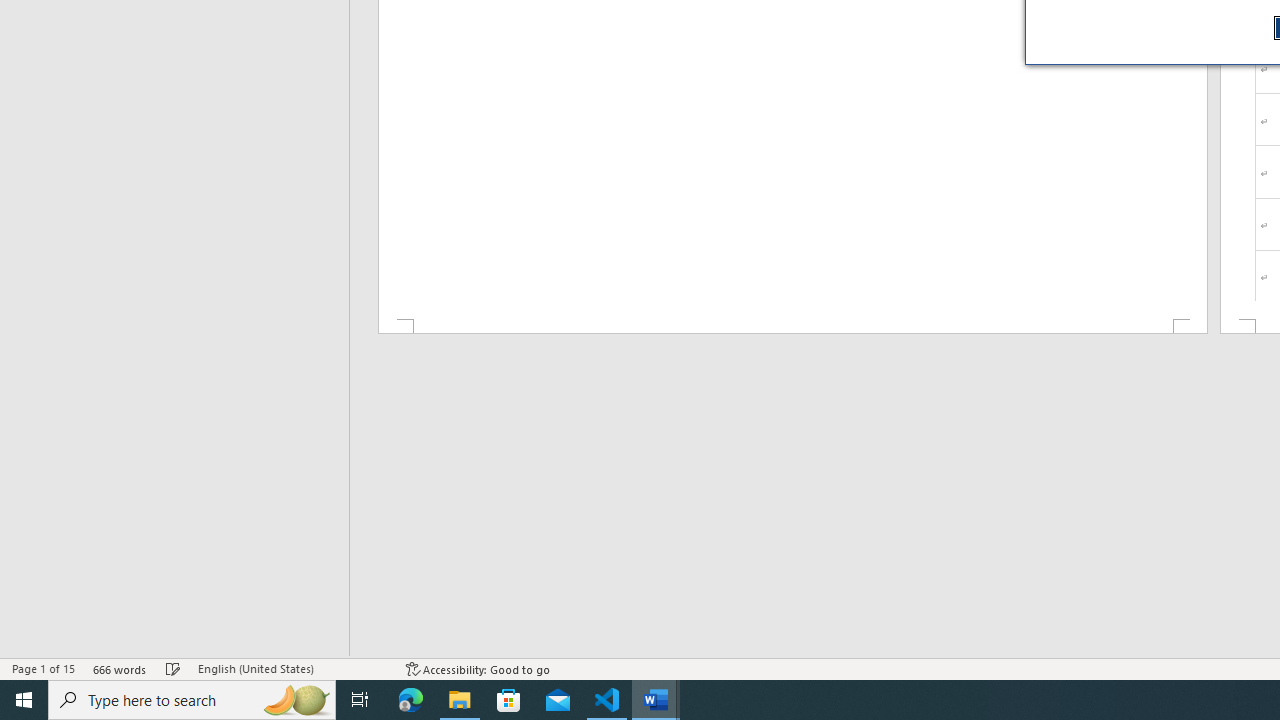 The image size is (1280, 720). What do you see at coordinates (509, 698) in the screenshot?
I see `'Microsoft Store'` at bounding box center [509, 698].